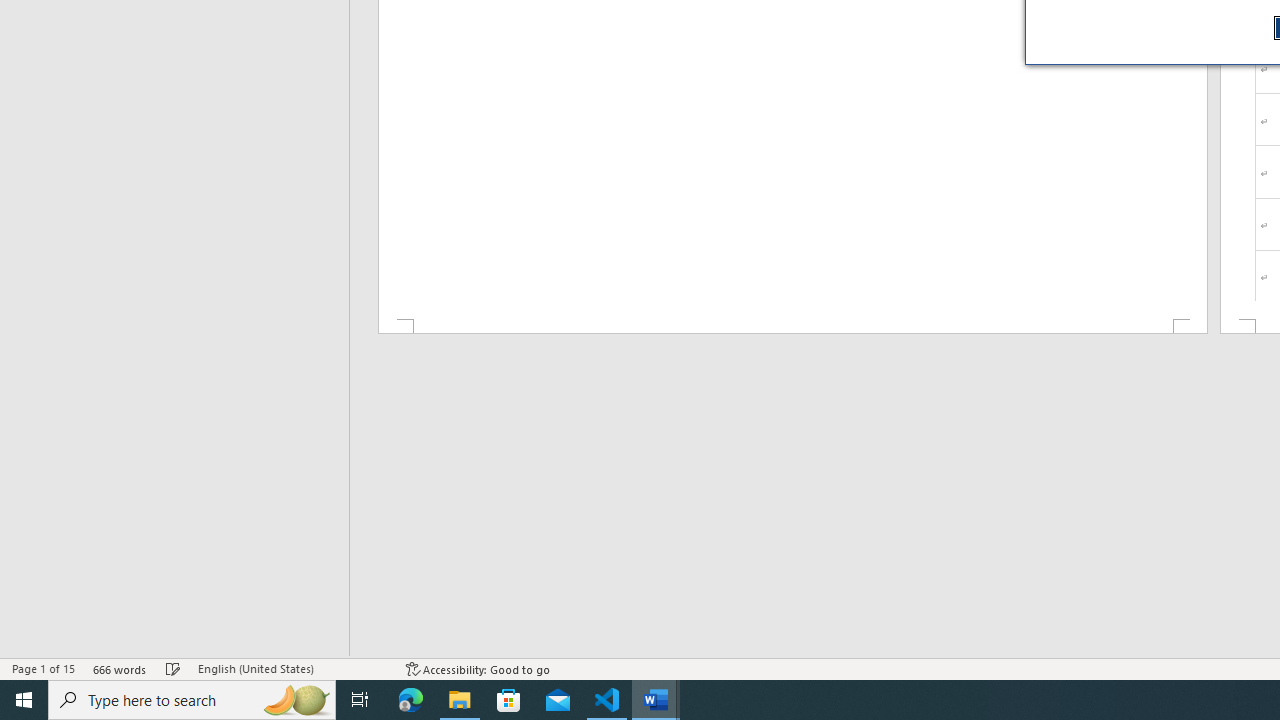 The image size is (1280, 720). What do you see at coordinates (509, 698) in the screenshot?
I see `'Microsoft Store'` at bounding box center [509, 698].